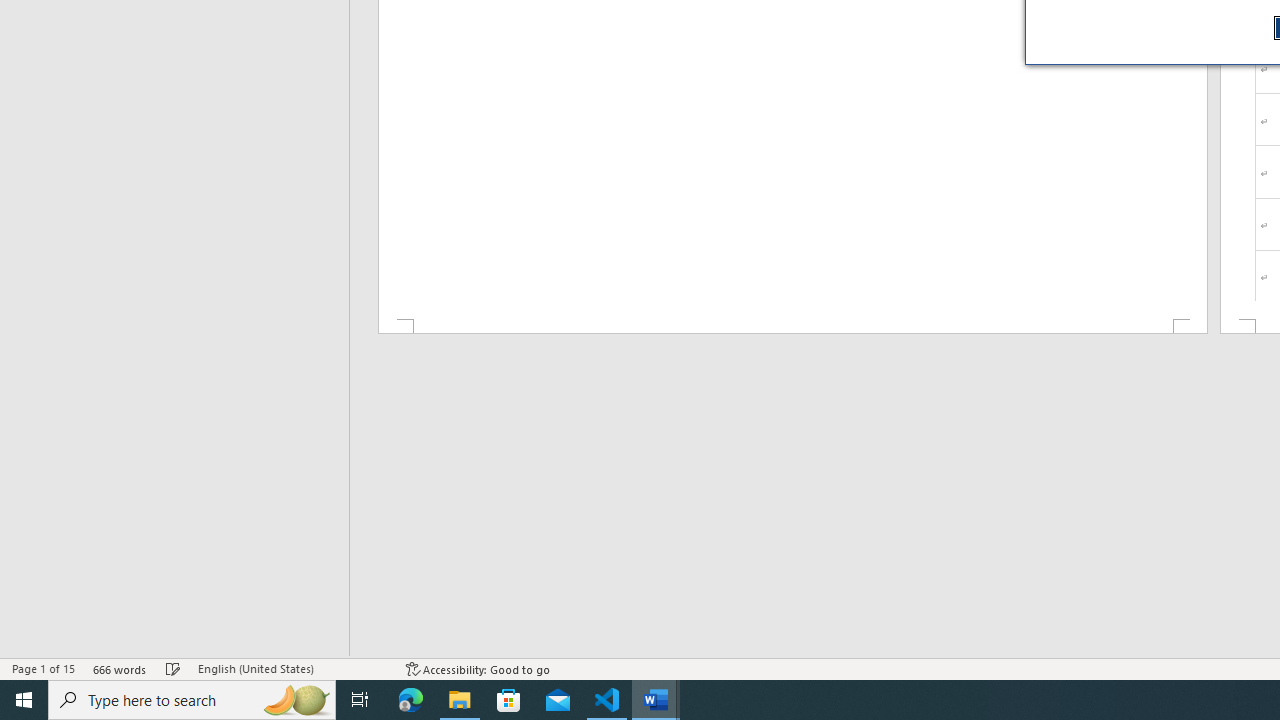 The image size is (1280, 720). What do you see at coordinates (509, 698) in the screenshot?
I see `'Microsoft Store'` at bounding box center [509, 698].